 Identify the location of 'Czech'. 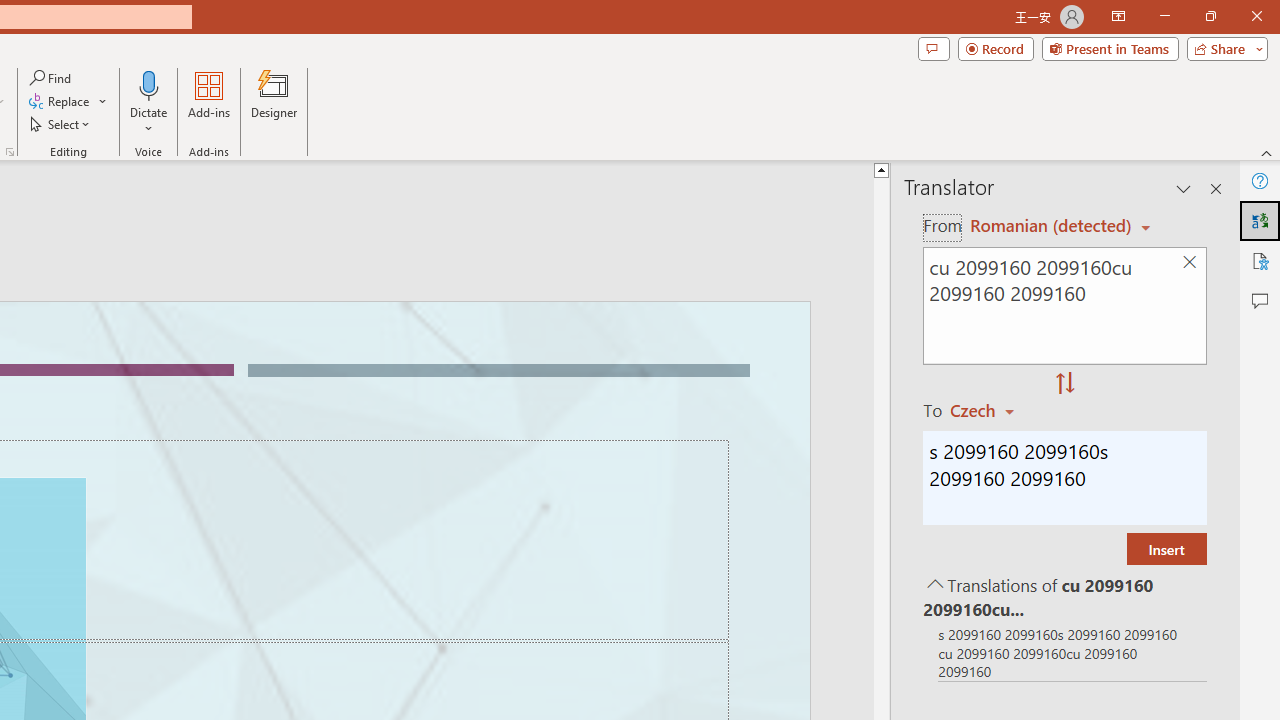
(991, 409).